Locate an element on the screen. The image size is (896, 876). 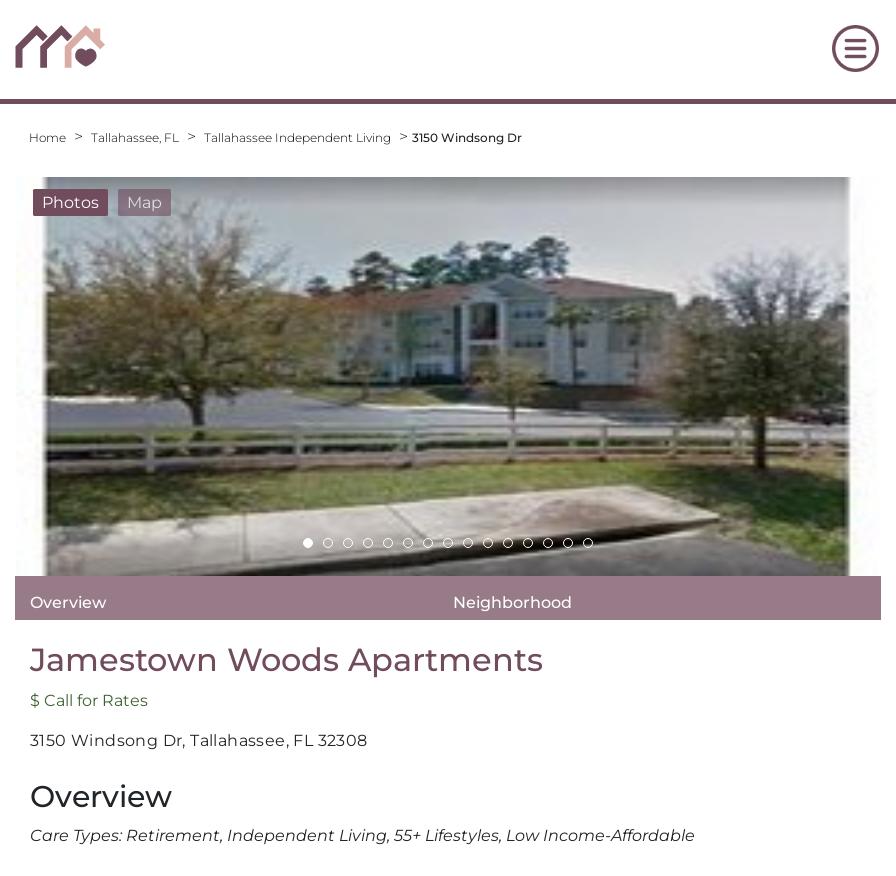
'Tallahassee, FL' is located at coordinates (135, 136).